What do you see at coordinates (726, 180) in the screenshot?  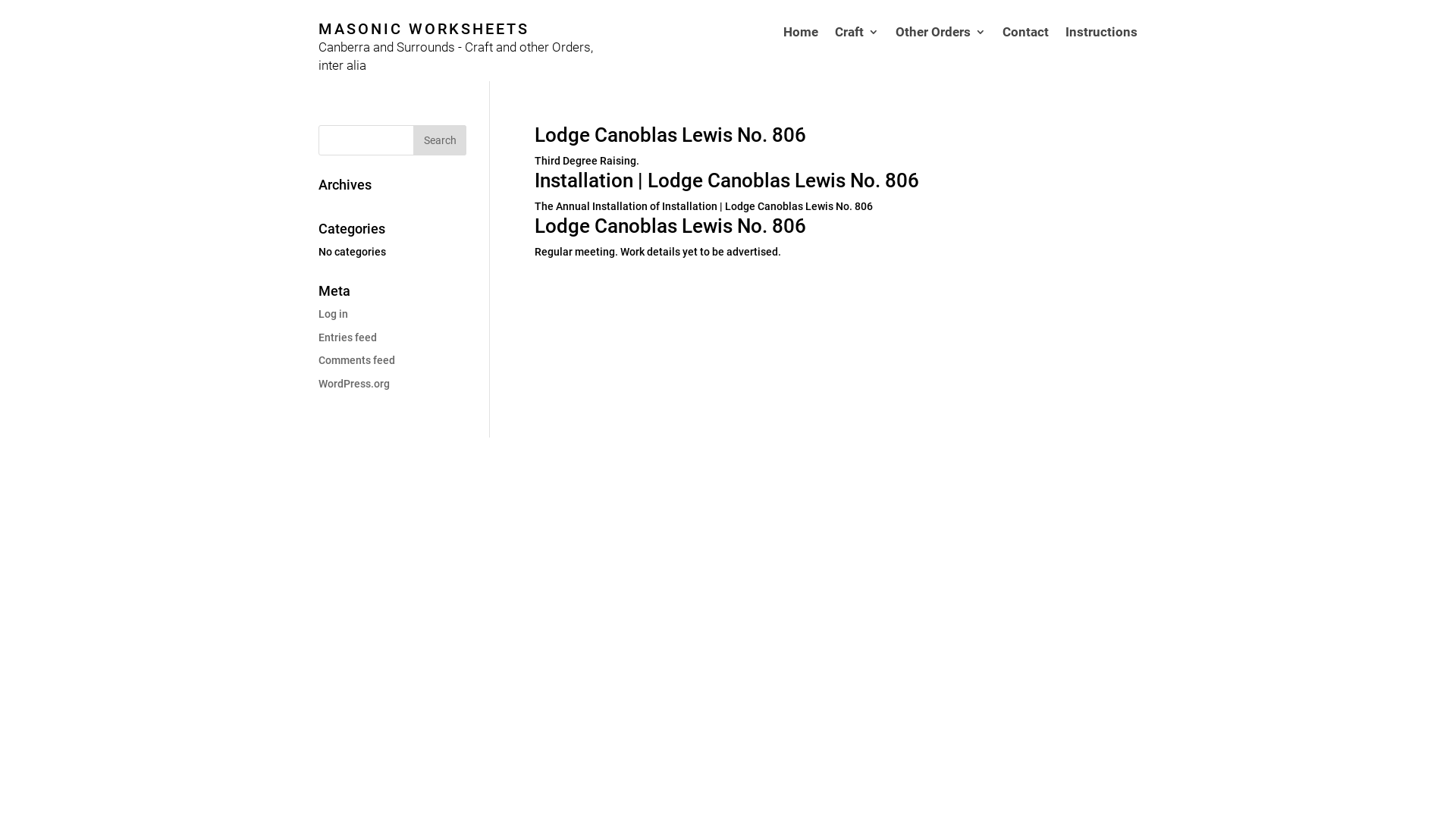 I see `'Installation | Lodge Canoblas Lewis No. 806'` at bounding box center [726, 180].